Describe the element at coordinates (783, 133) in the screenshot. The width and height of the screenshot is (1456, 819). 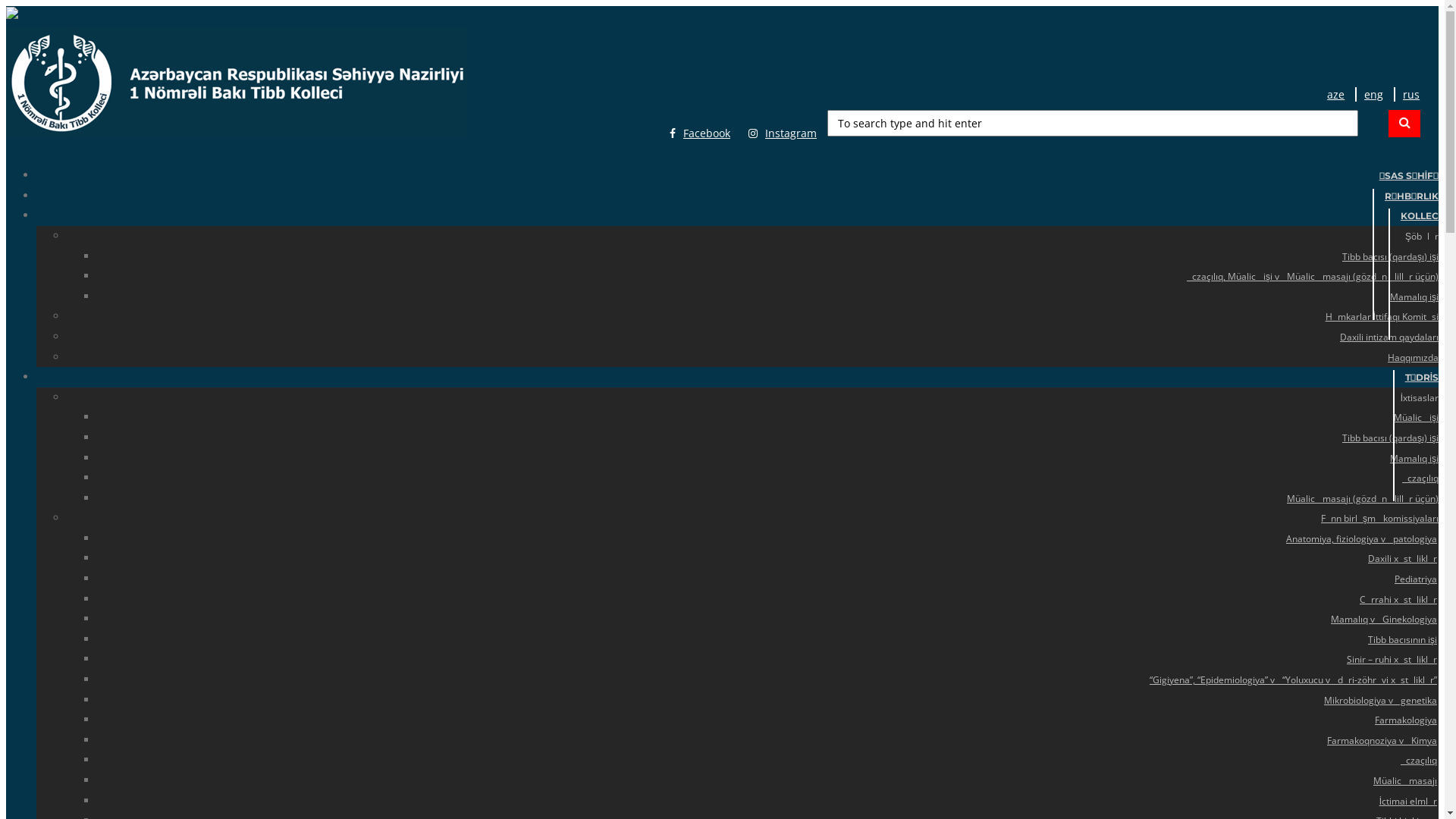
I see `'Instagram'` at that location.